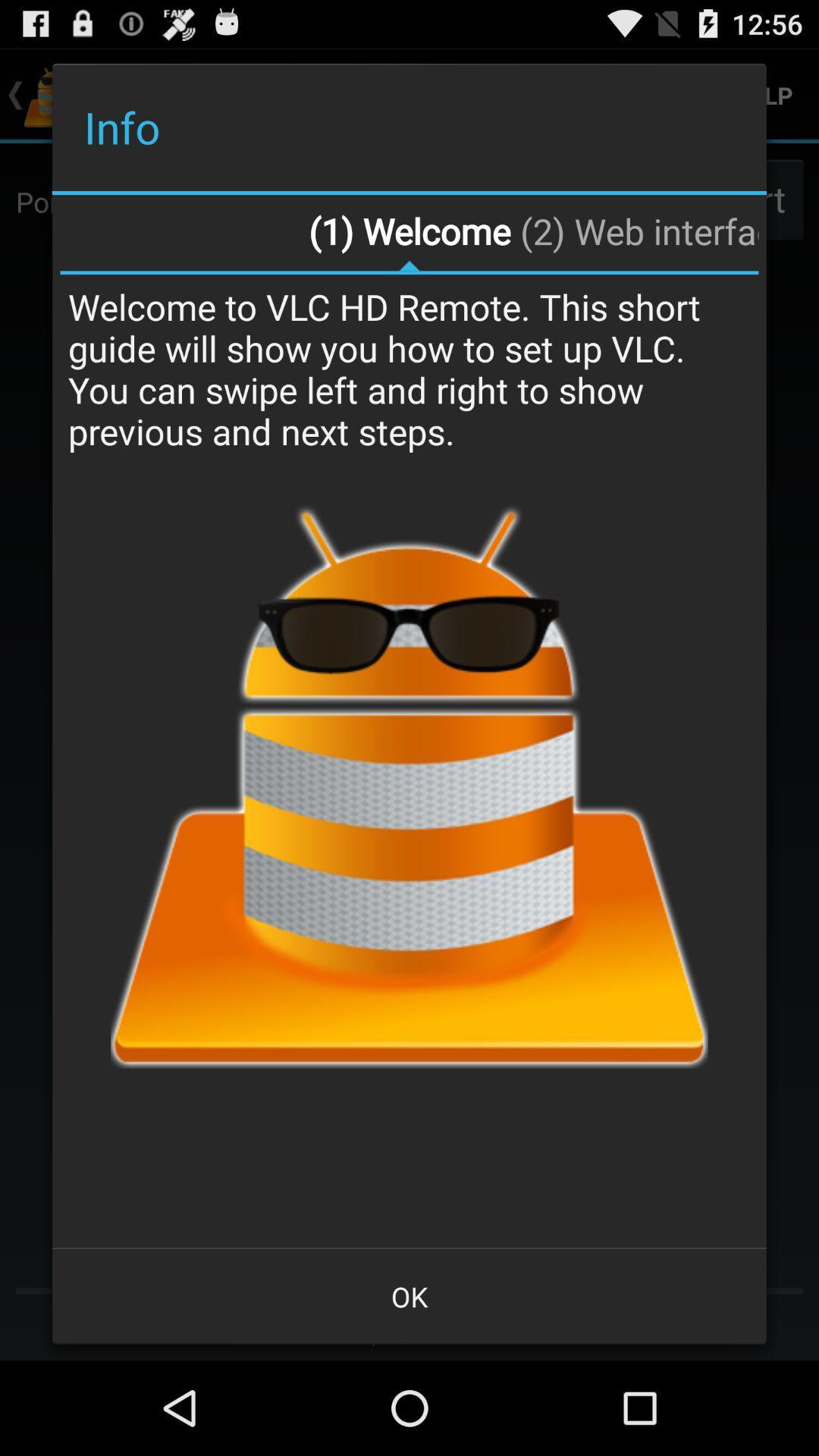  Describe the element at coordinates (409, 1295) in the screenshot. I see `the ok item` at that location.